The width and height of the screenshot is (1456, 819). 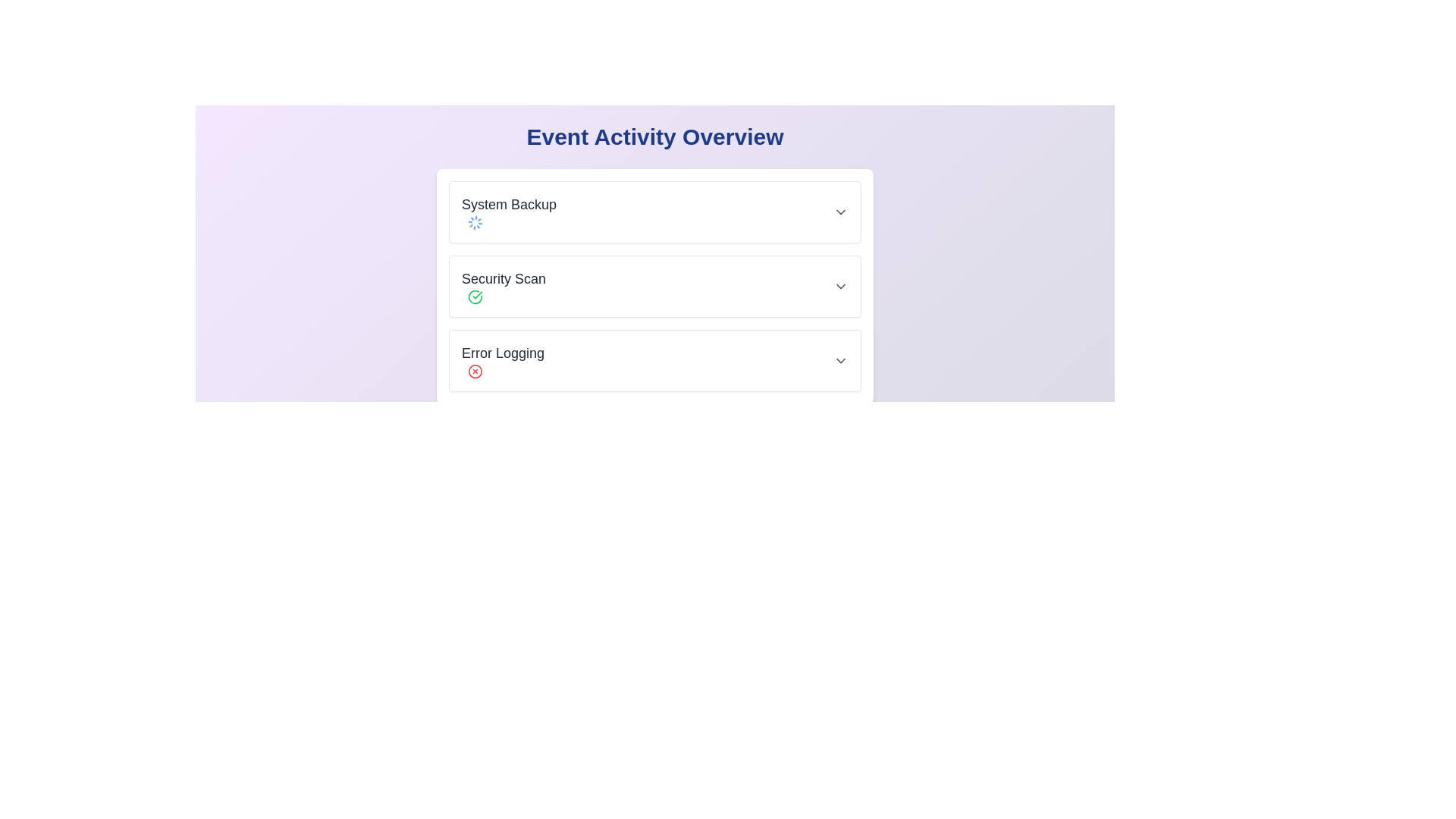 What do you see at coordinates (655, 137) in the screenshot?
I see `text from the header element that displays 'Event Activity Overview', which is prominently styled in dark blue and located at the top of the interface` at bounding box center [655, 137].